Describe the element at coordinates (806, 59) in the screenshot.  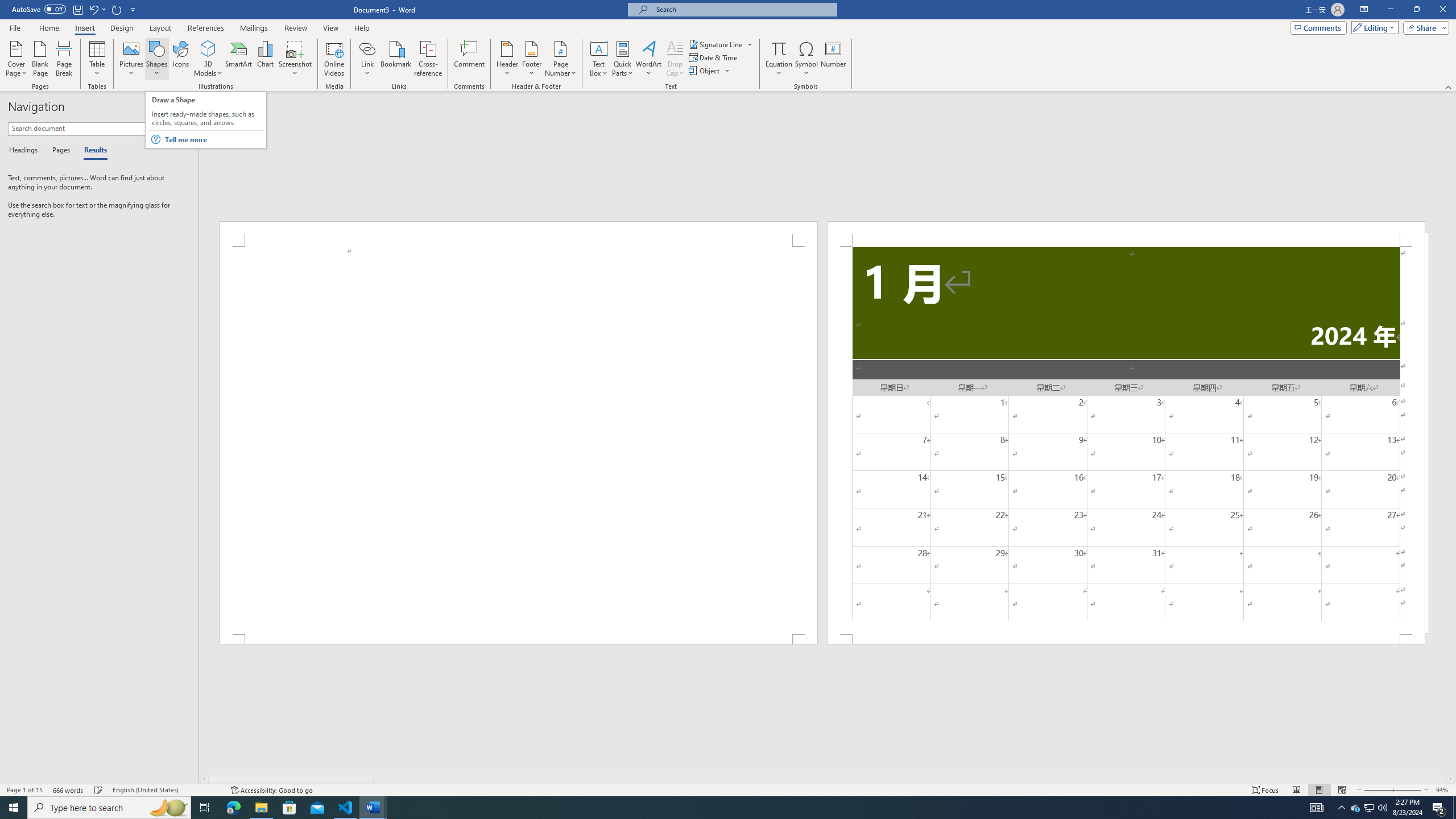
I see `'Symbol'` at that location.